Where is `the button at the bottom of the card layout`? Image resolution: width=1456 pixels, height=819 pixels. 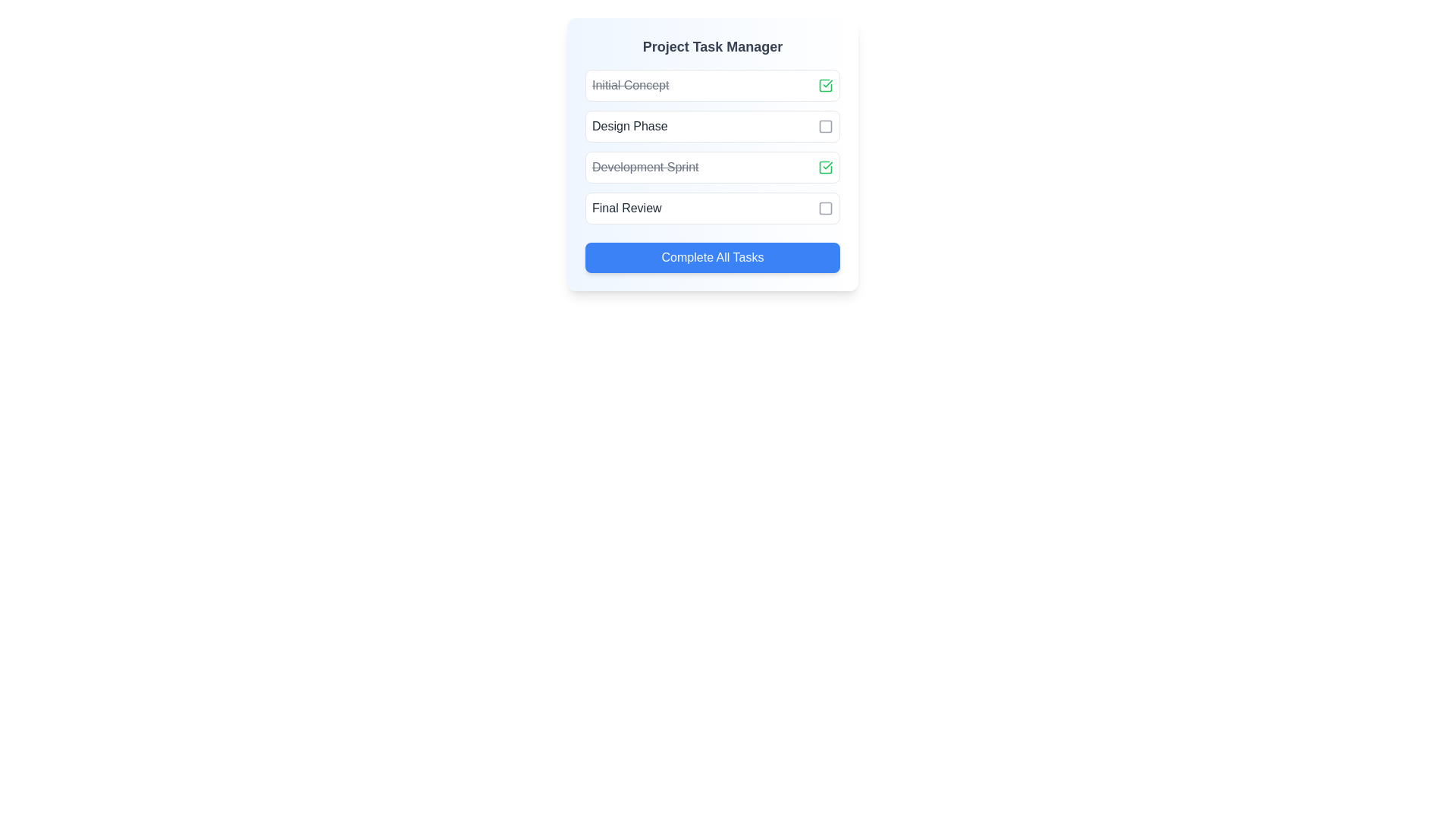 the button at the bottom of the card layout is located at coordinates (712, 256).